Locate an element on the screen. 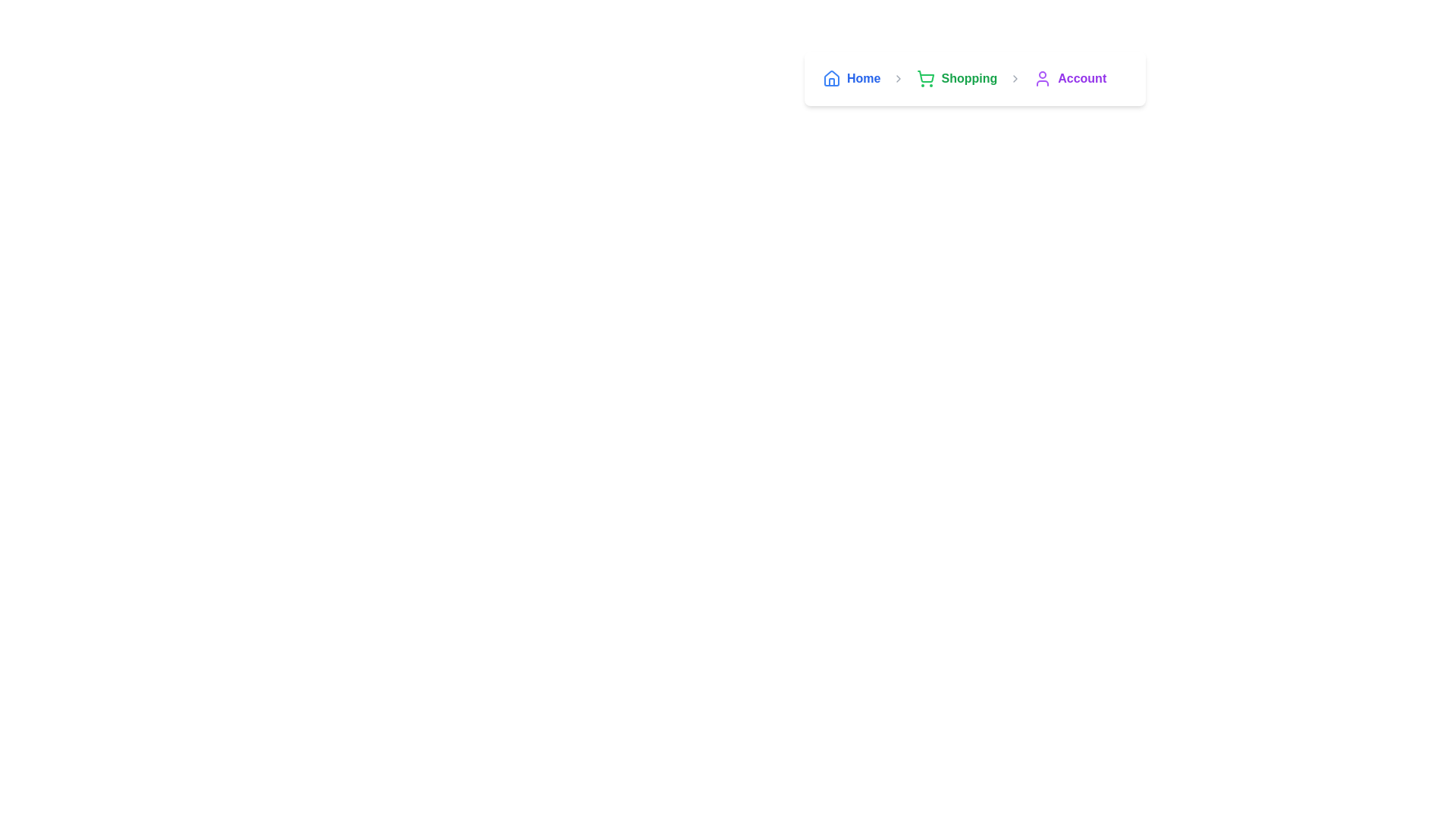 The image size is (1456, 819). the breadcrumb navigation link that redirects to the Shopping section, positioned as the second item in the breadcrumb sequence between 'Home' and 'Account' is located at coordinates (975, 79).